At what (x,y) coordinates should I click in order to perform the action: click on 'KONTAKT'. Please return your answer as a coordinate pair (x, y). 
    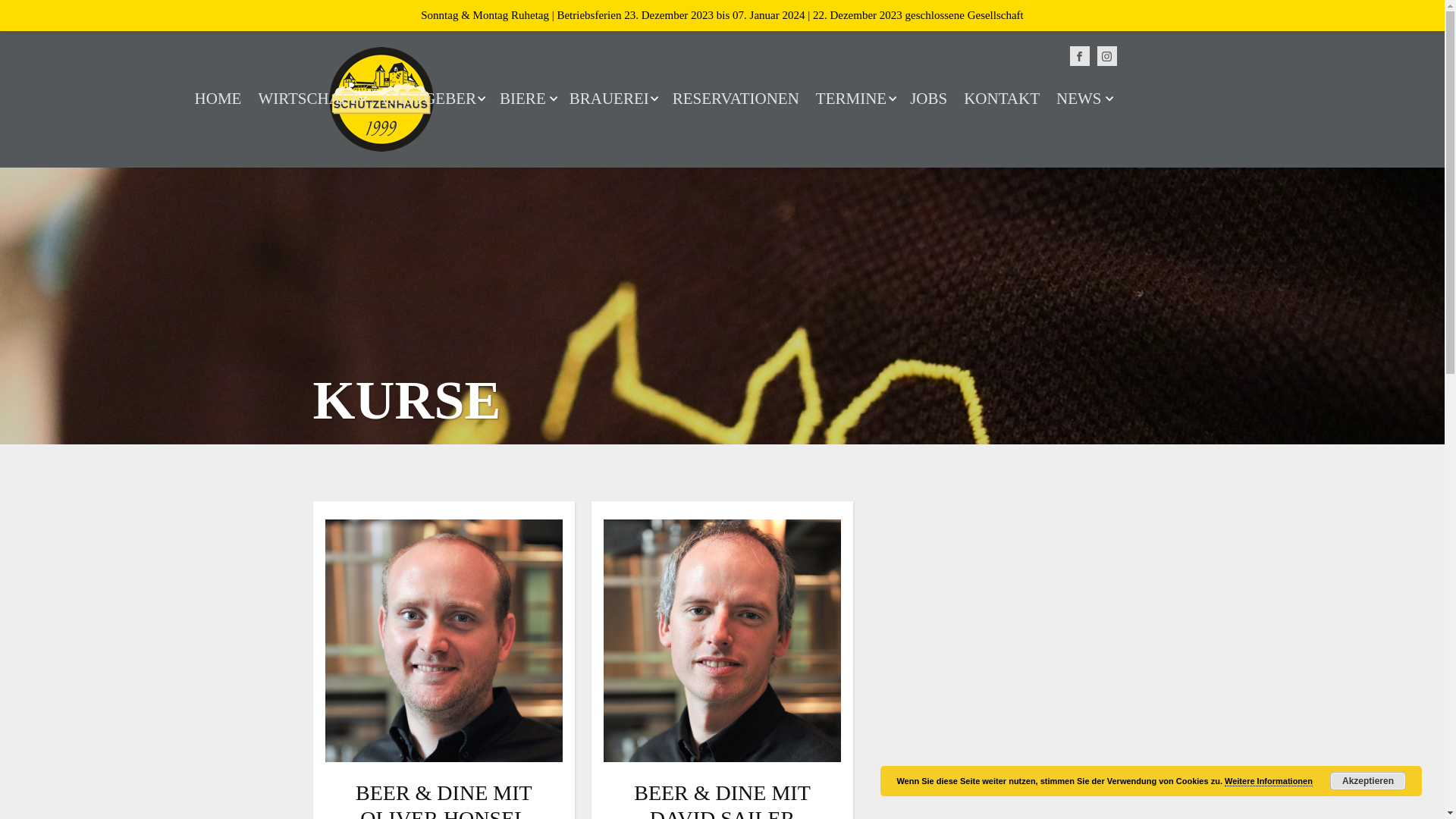
    Looking at the image, I should click on (1001, 99).